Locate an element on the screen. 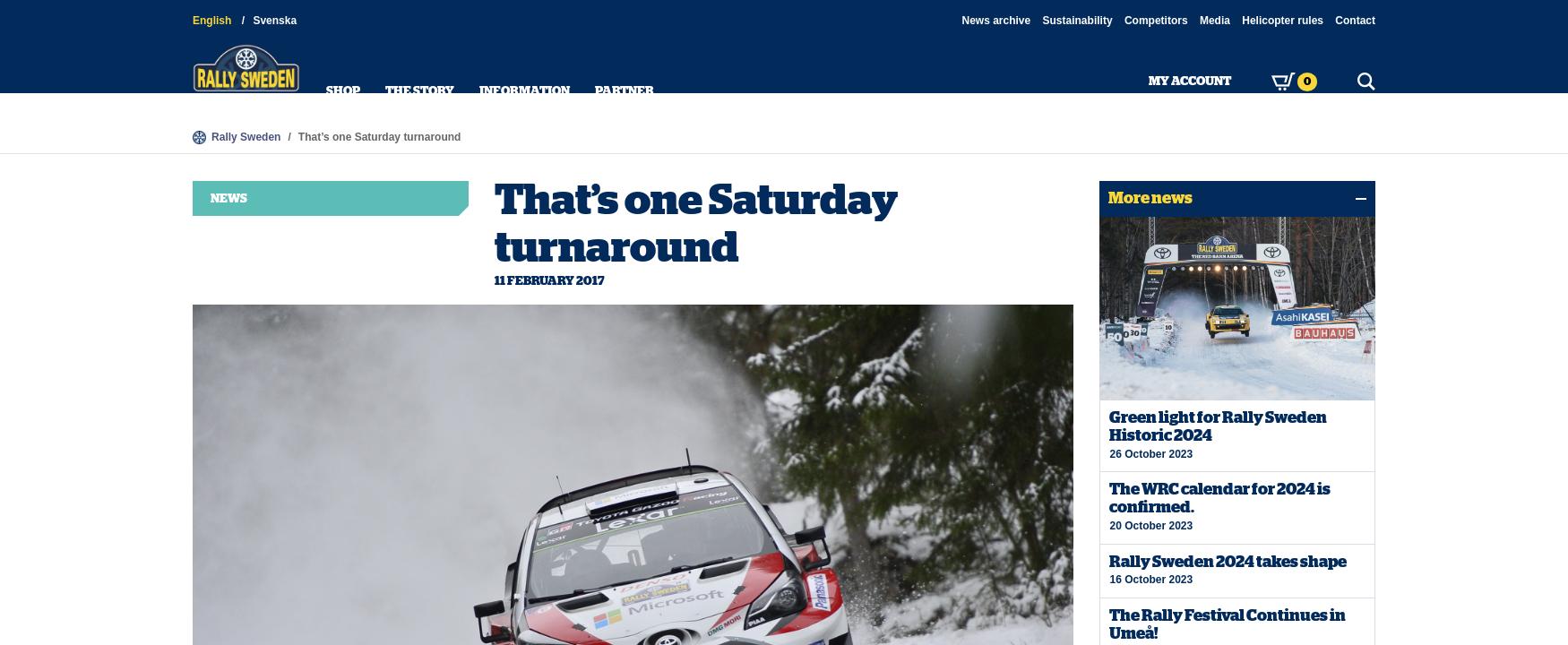  'News' is located at coordinates (211, 197).